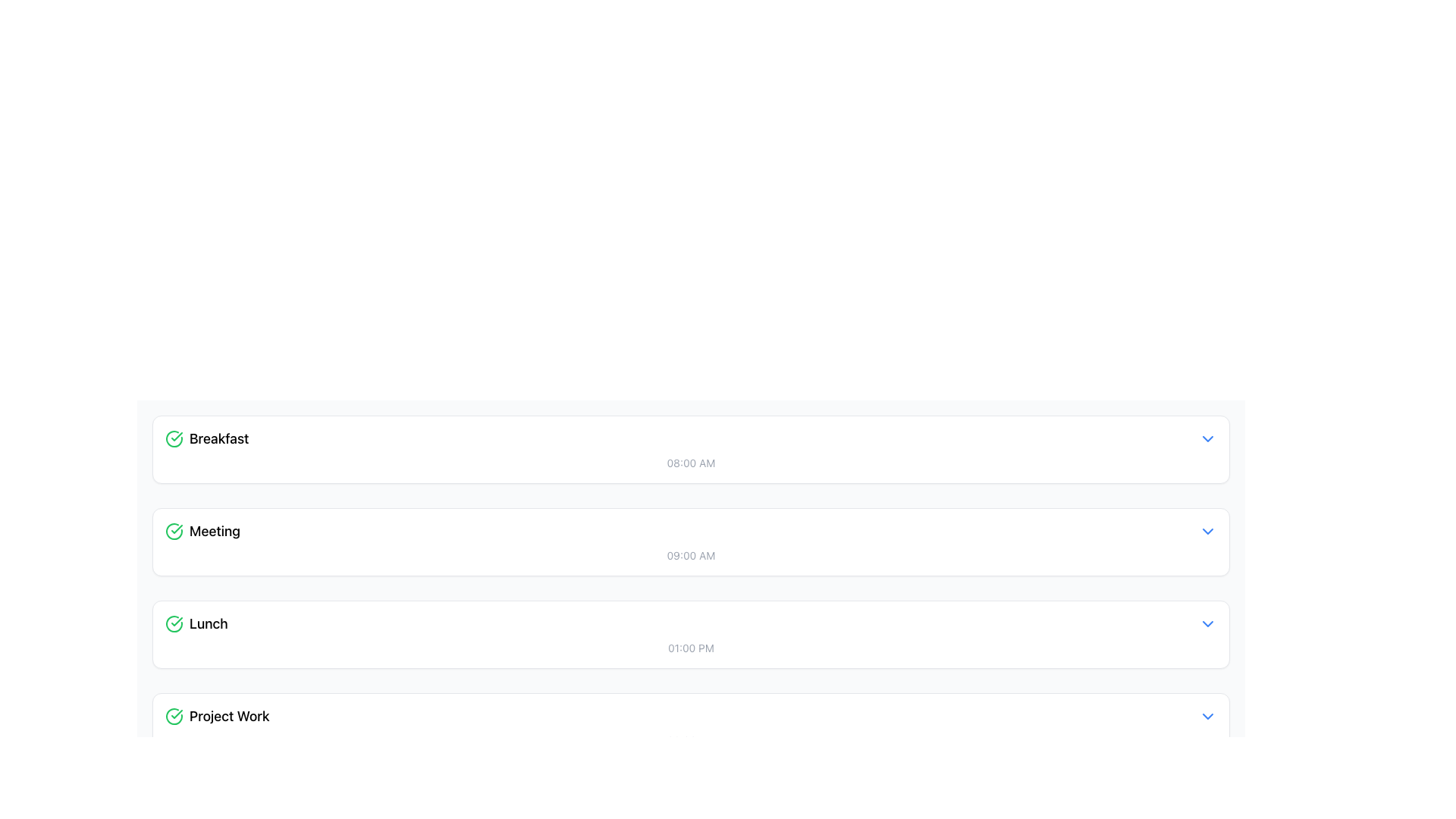 This screenshot has height=819, width=1456. What do you see at coordinates (174, 623) in the screenshot?
I see `the circular outline portion of the checkmark icon adjacent to the 'Lunch' label in the vertical list to indicate the 'Lunch' task is marked or completed` at bounding box center [174, 623].